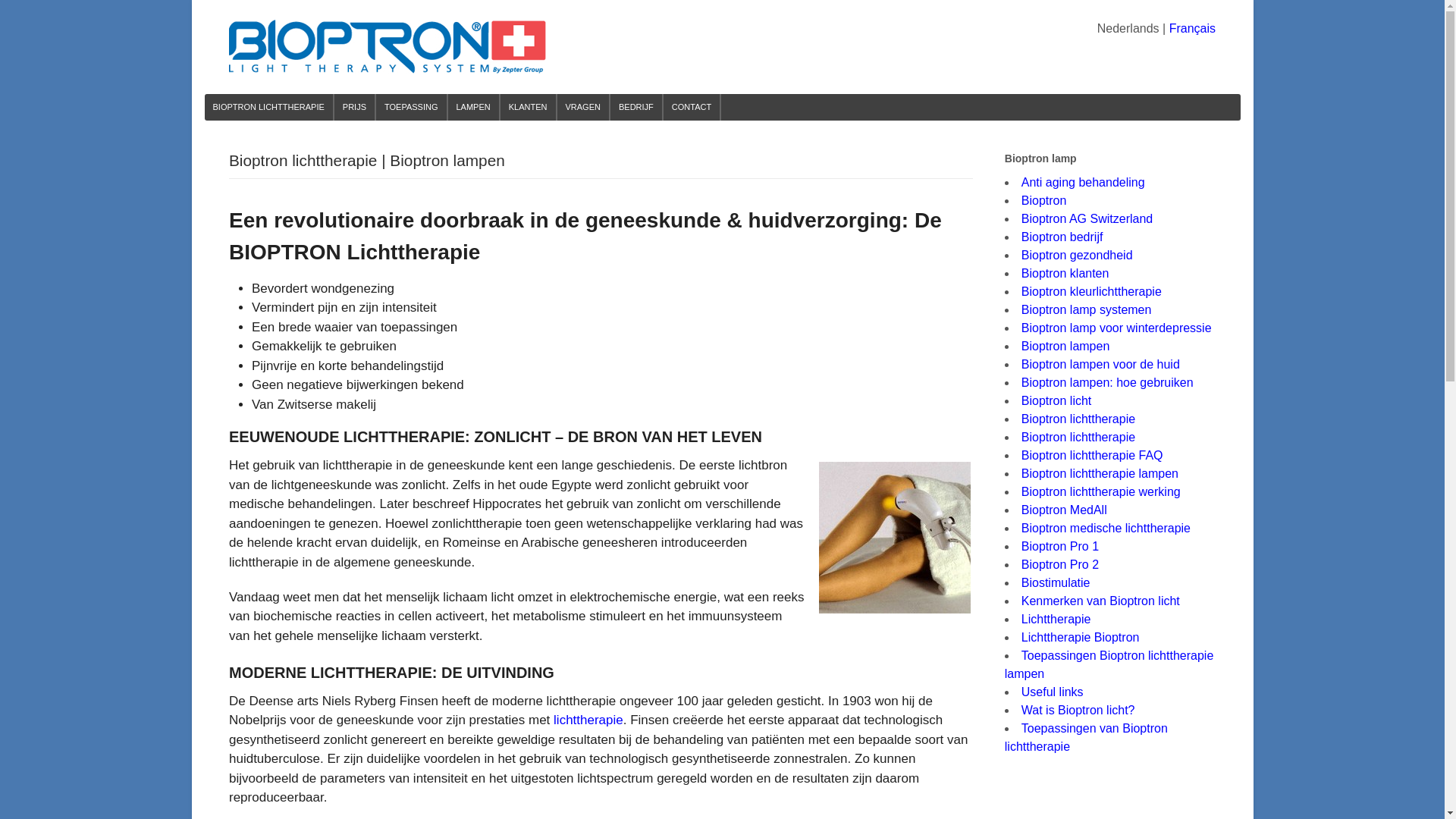  What do you see at coordinates (1076, 254) in the screenshot?
I see `'Bioptron gezondheid'` at bounding box center [1076, 254].